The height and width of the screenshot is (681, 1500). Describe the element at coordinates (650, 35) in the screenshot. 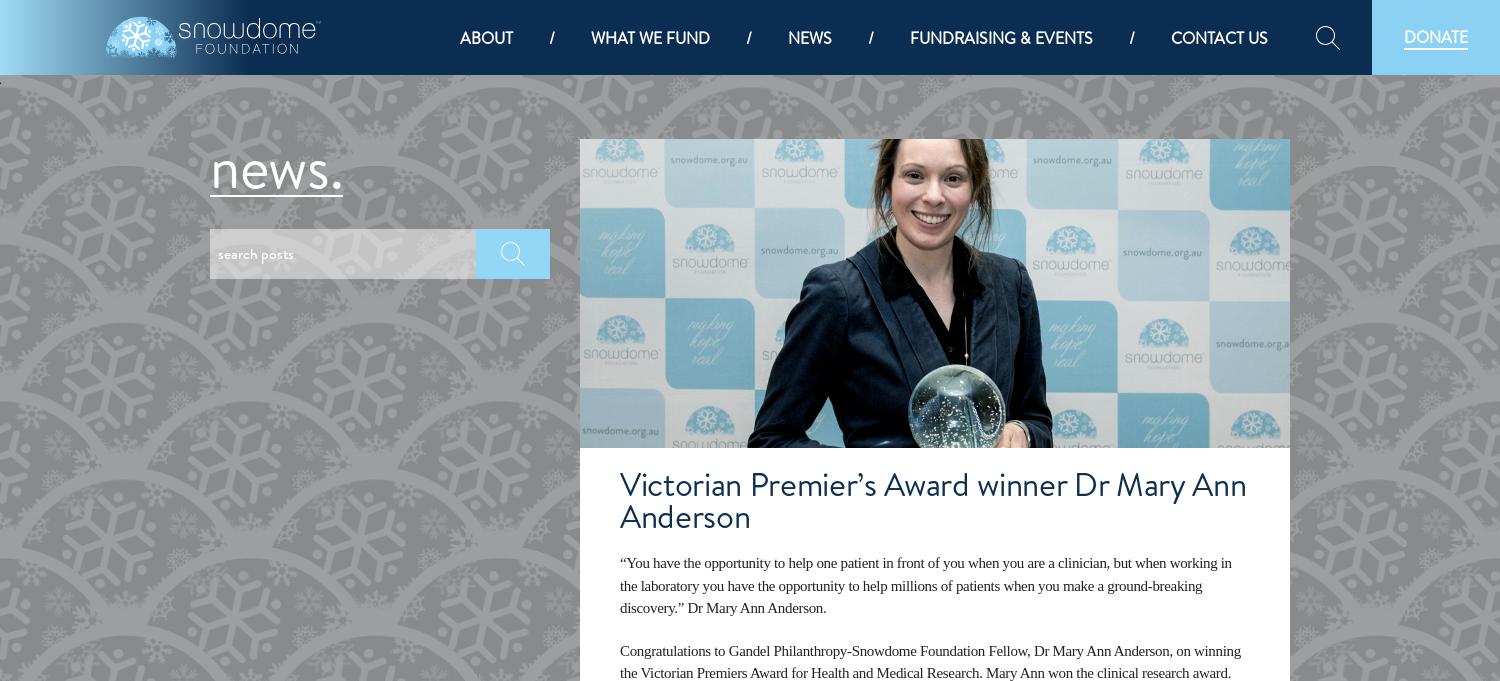

I see `'What we fund'` at that location.